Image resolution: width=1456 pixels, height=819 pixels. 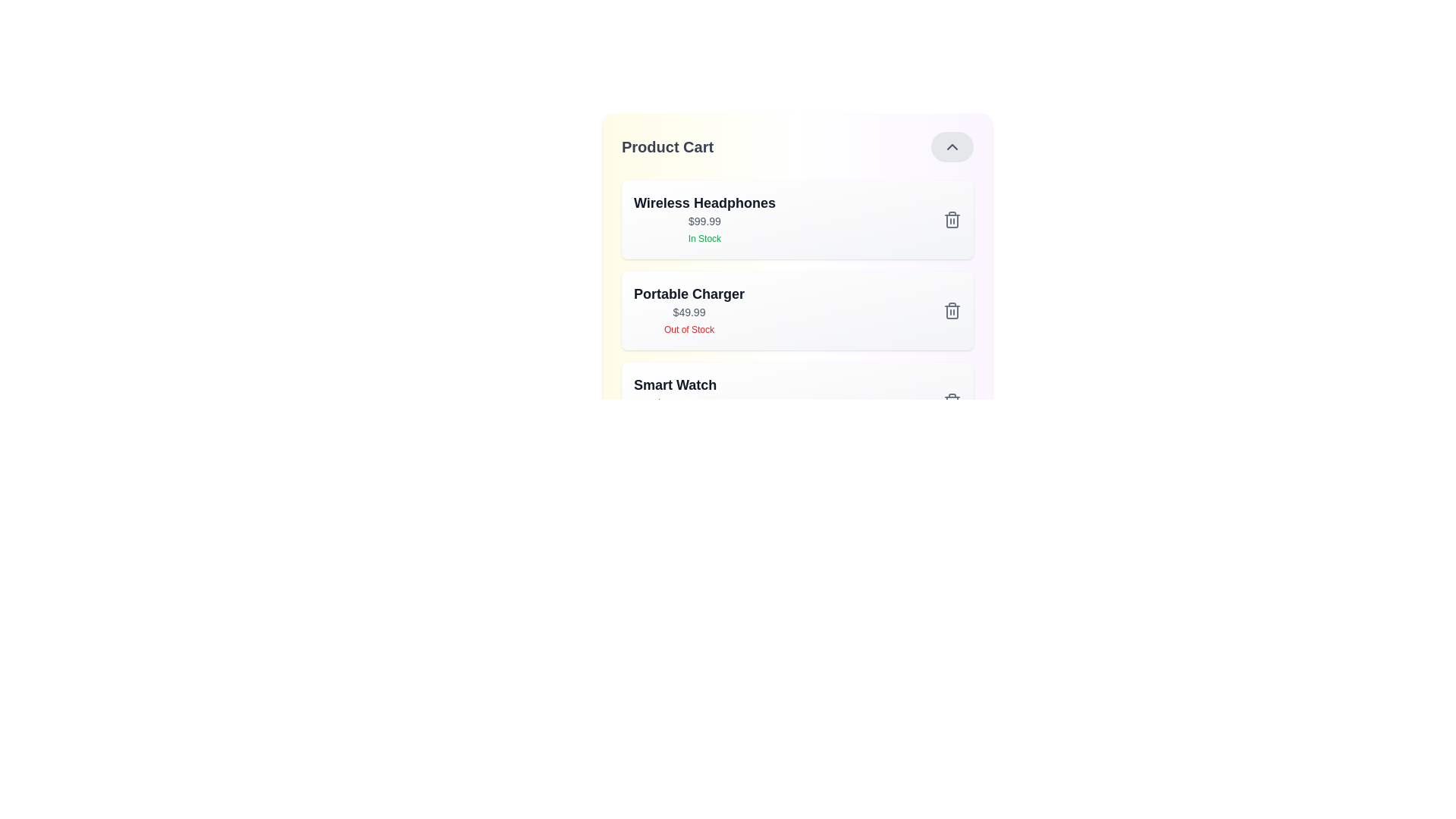 What do you see at coordinates (704, 219) in the screenshot?
I see `the details of the product Wireless Headphones` at bounding box center [704, 219].